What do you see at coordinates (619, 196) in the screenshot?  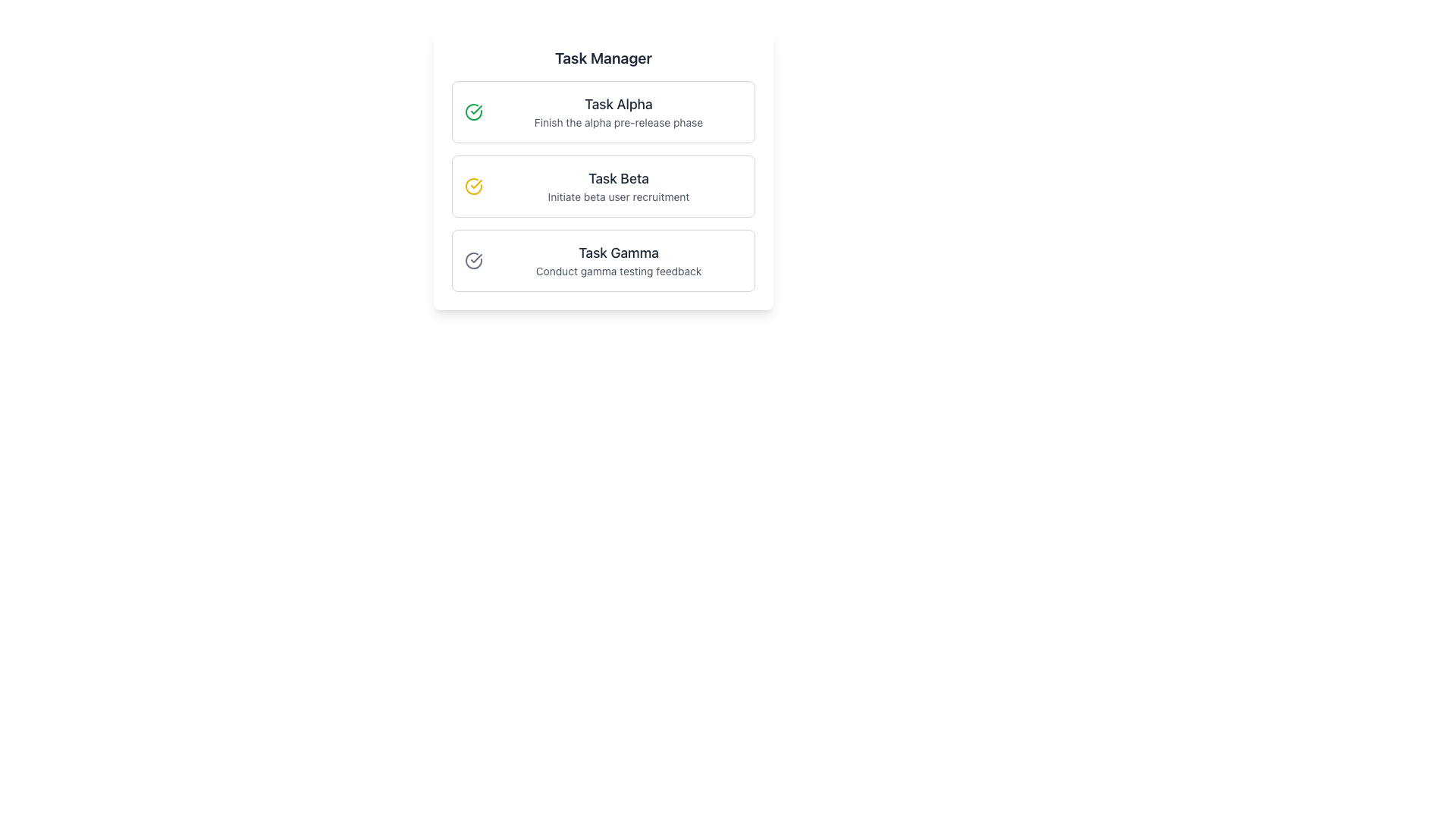 I see `the subtitle text that provides additional information for the task labeled 'Task Beta', located directly below the 'Task Beta' heading` at bounding box center [619, 196].